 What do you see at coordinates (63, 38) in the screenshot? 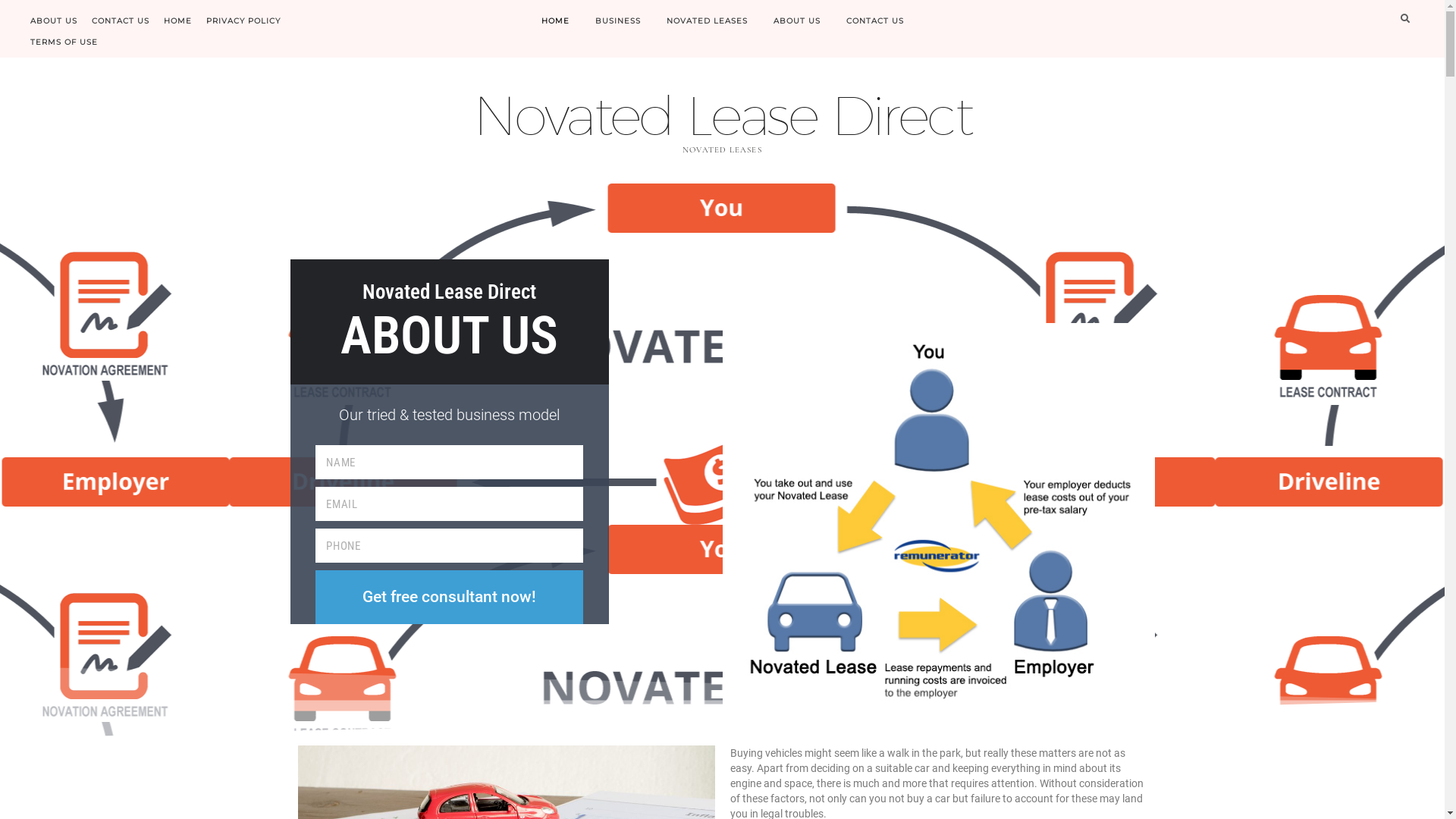
I see `'TERMS OF USE'` at bounding box center [63, 38].